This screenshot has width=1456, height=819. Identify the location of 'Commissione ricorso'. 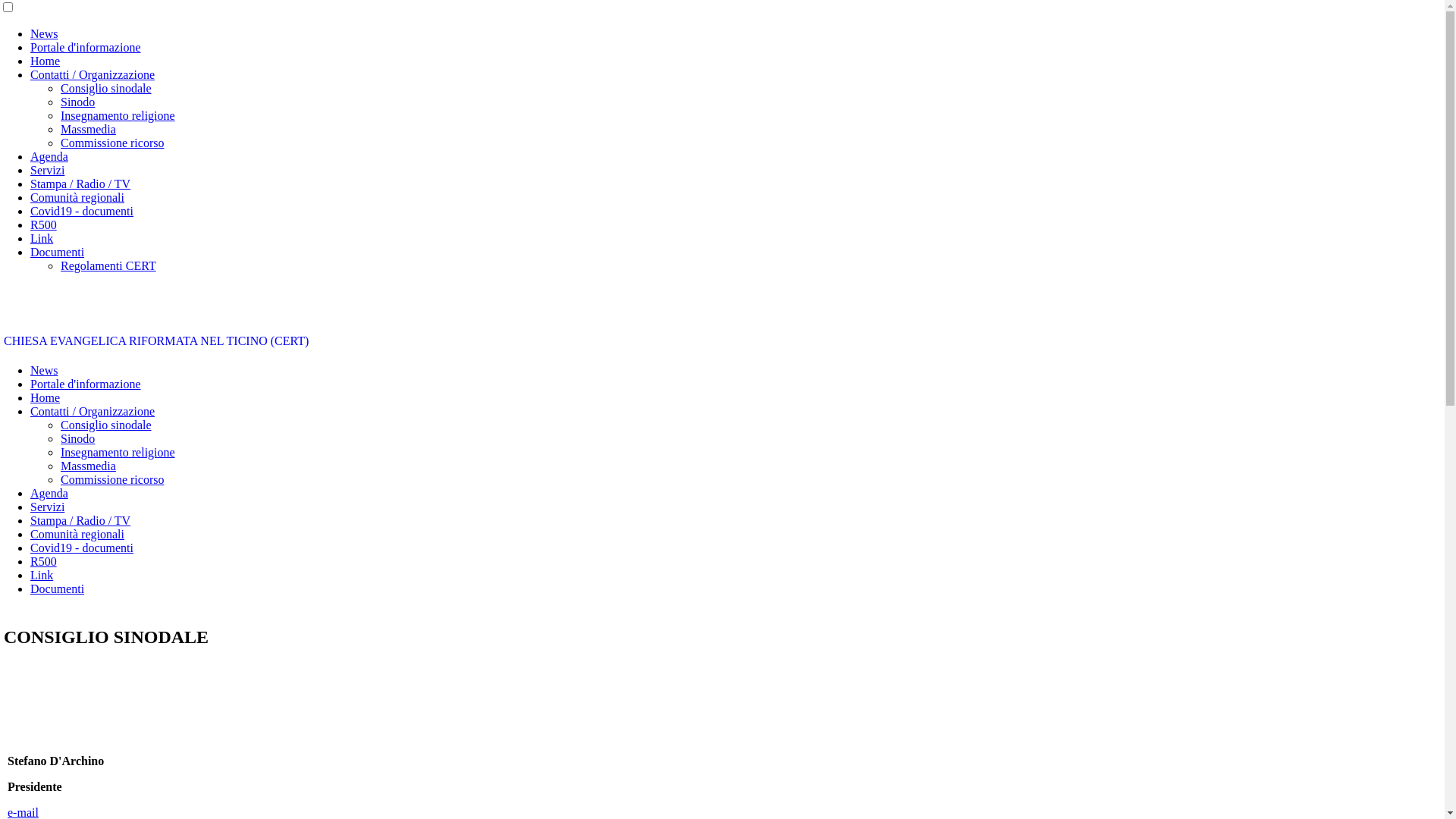
(111, 143).